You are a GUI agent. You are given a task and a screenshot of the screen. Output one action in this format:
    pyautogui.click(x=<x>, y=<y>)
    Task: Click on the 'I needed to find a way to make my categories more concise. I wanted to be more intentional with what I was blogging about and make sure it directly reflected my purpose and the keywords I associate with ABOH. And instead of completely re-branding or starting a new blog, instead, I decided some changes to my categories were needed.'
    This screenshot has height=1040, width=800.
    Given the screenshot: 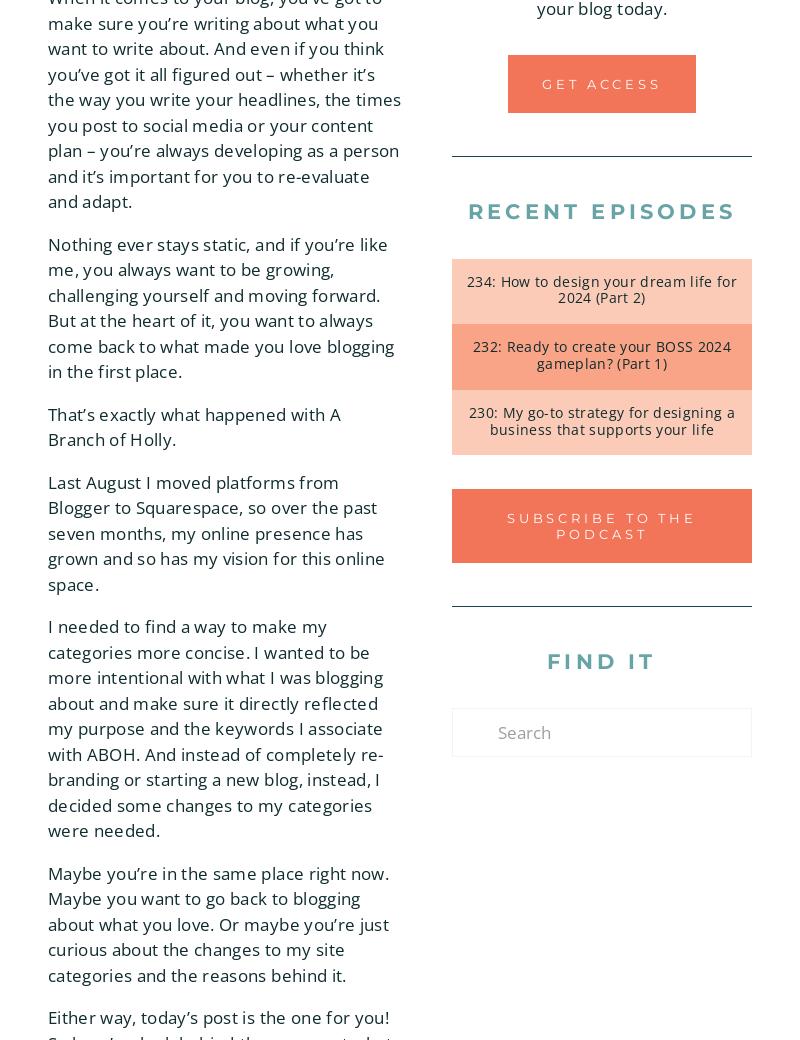 What is the action you would take?
    pyautogui.click(x=215, y=728)
    